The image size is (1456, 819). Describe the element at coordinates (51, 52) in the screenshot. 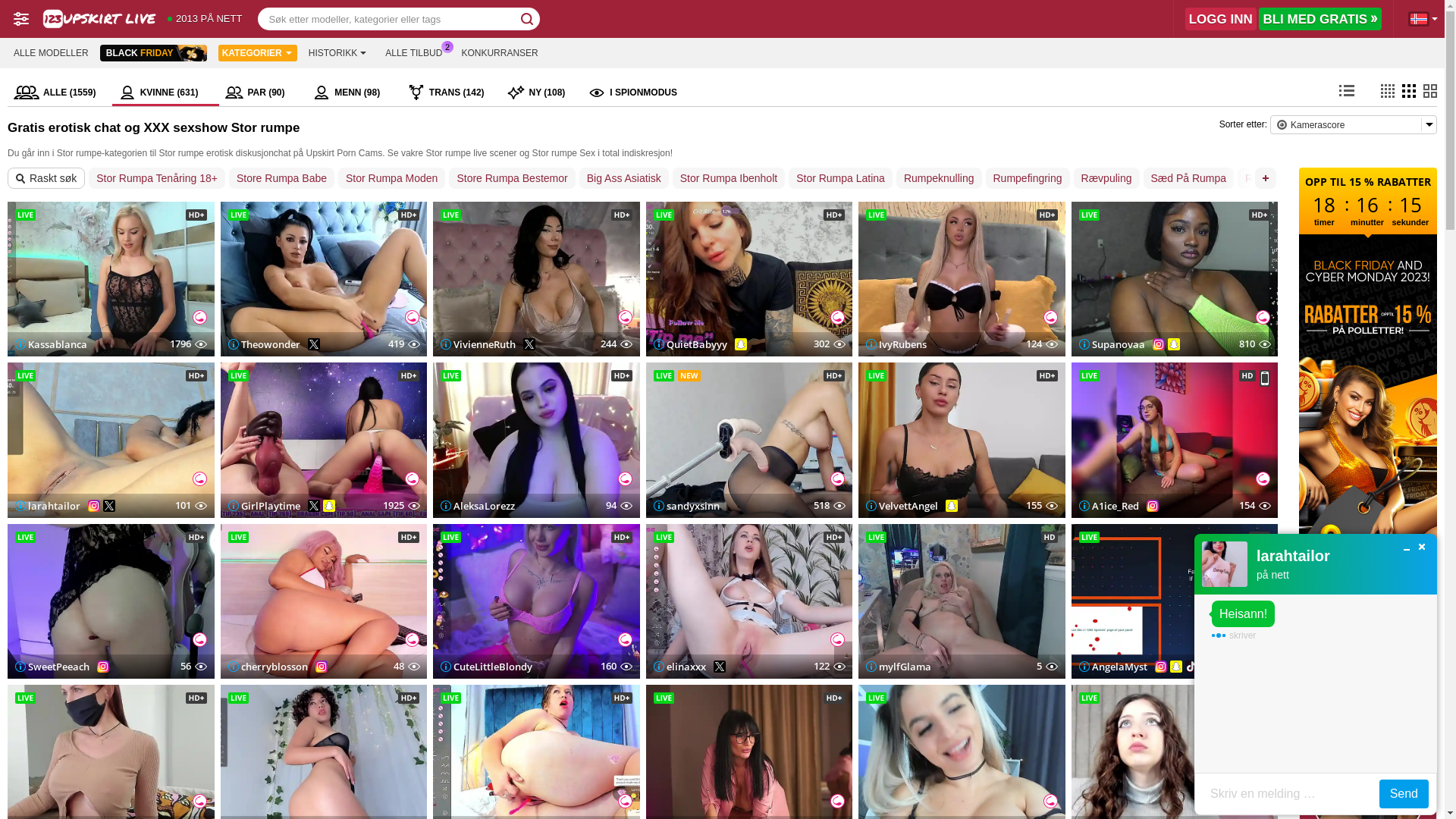

I see `'ALLE MODELLER'` at that location.